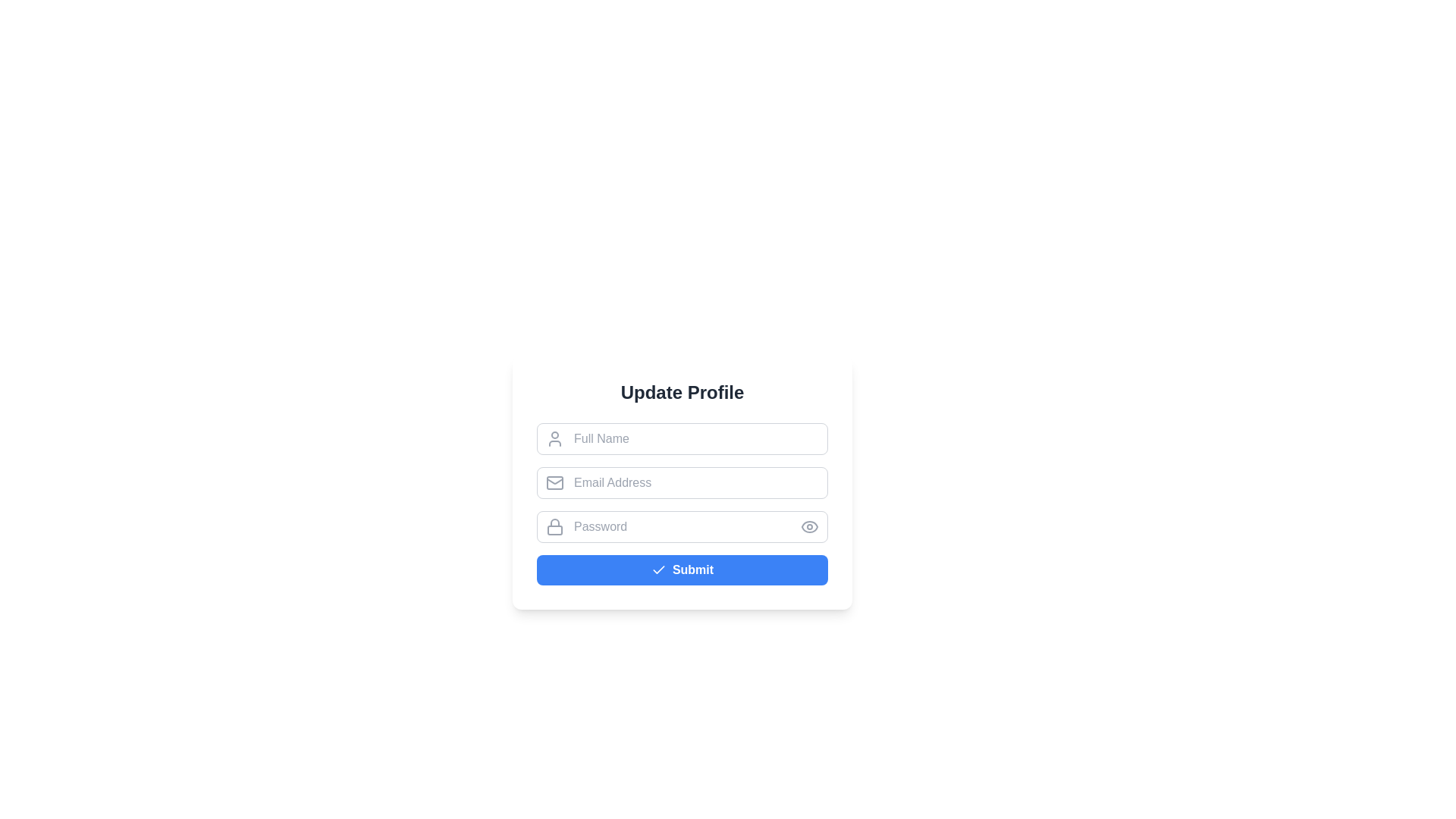  I want to click on the eye icon button located on the far right of the password input field, so click(809, 526).